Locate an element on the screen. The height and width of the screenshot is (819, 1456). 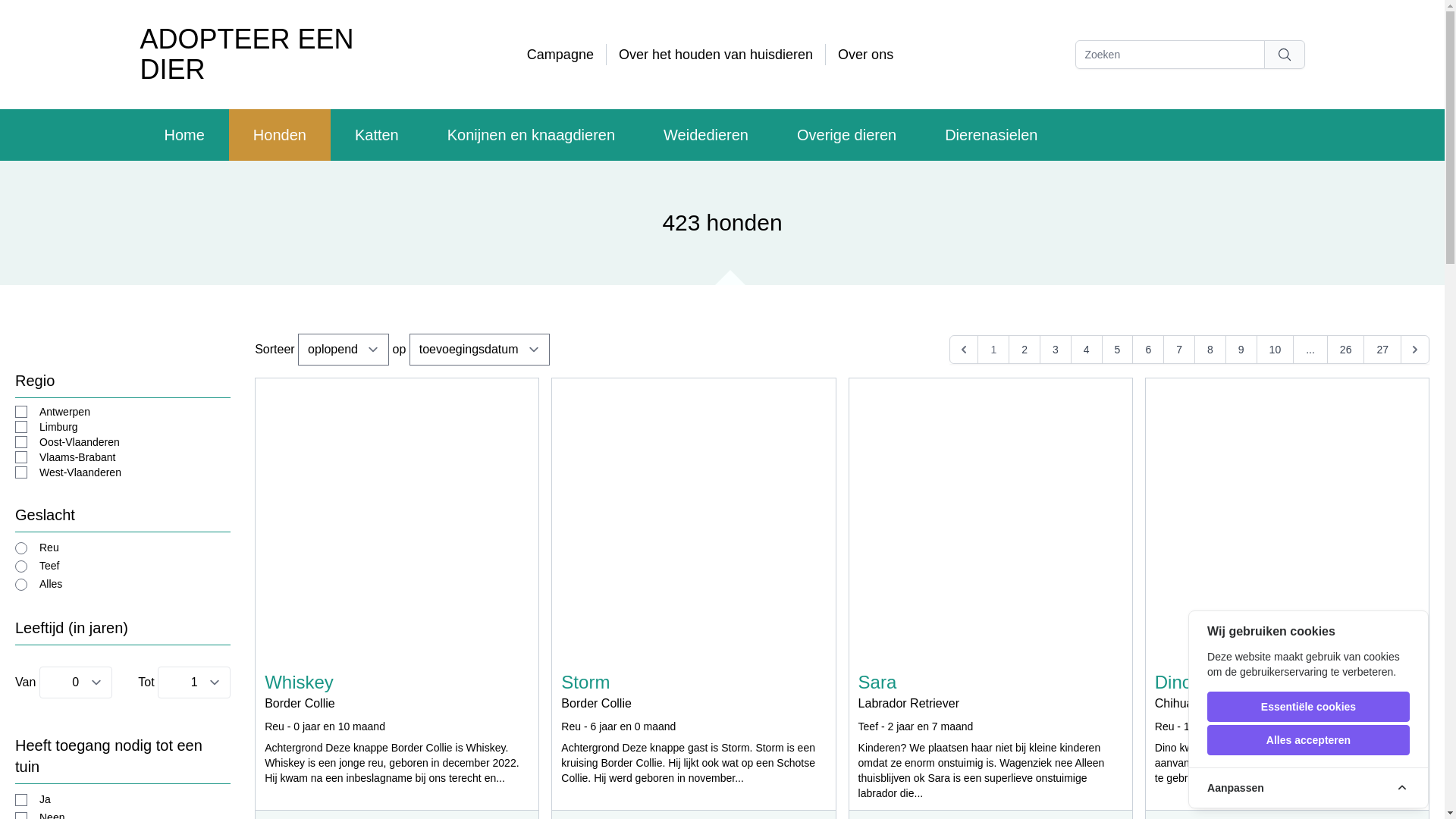
'7' is located at coordinates (1178, 350).